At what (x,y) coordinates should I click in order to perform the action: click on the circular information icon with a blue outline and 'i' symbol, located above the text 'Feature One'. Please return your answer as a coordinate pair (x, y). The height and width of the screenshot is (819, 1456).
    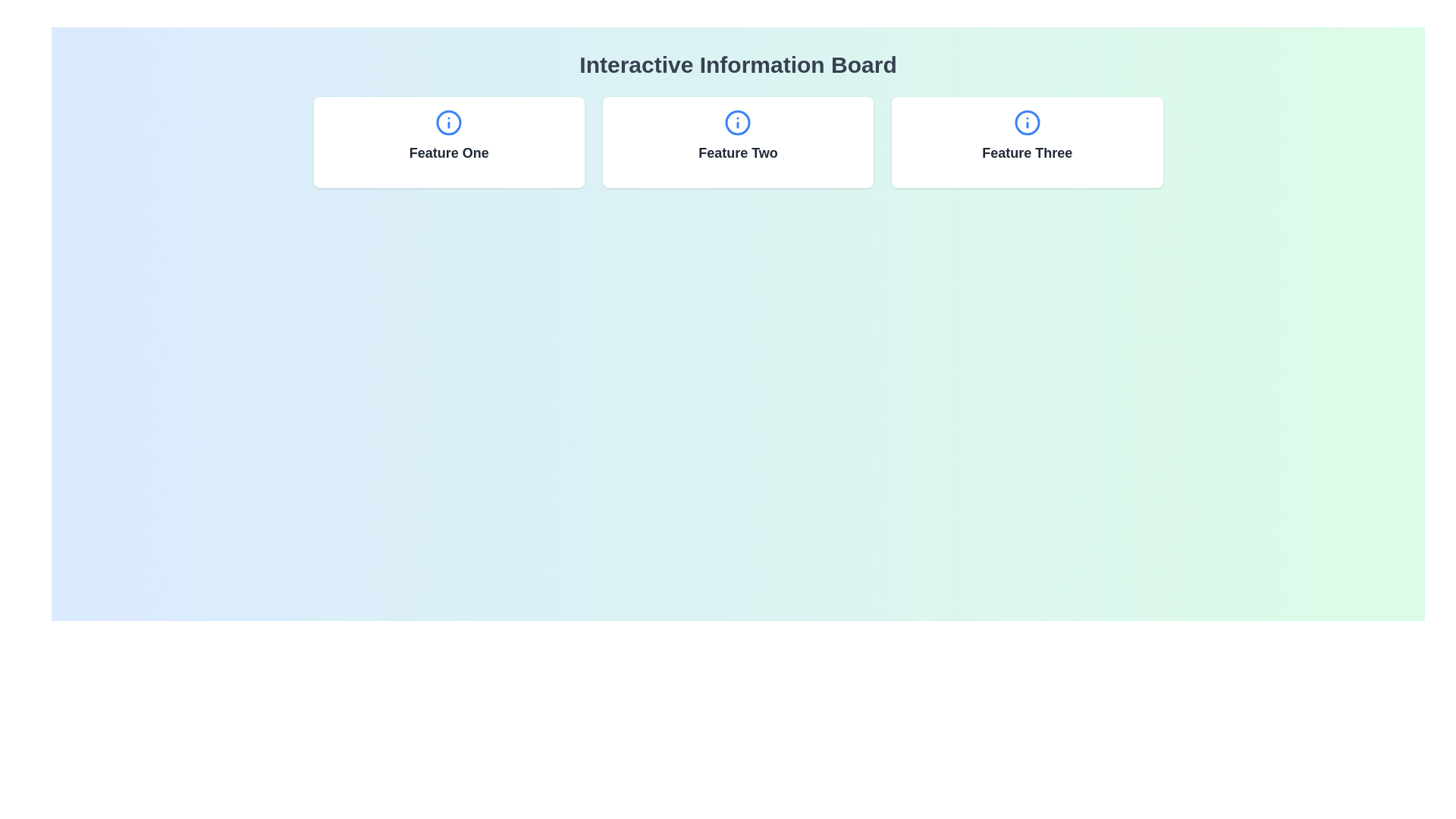
    Looking at the image, I should click on (448, 122).